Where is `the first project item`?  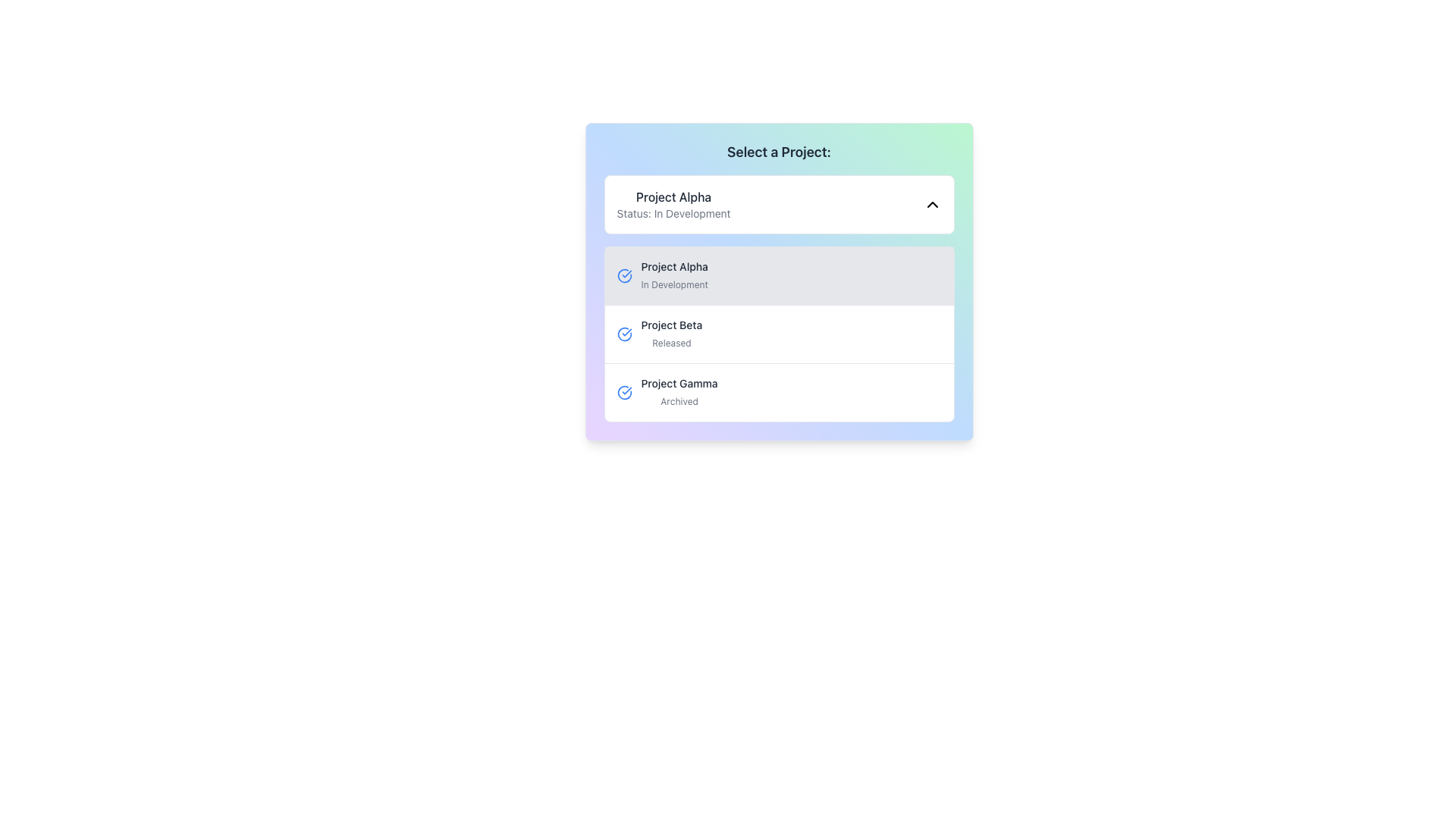
the first project item is located at coordinates (779, 281).